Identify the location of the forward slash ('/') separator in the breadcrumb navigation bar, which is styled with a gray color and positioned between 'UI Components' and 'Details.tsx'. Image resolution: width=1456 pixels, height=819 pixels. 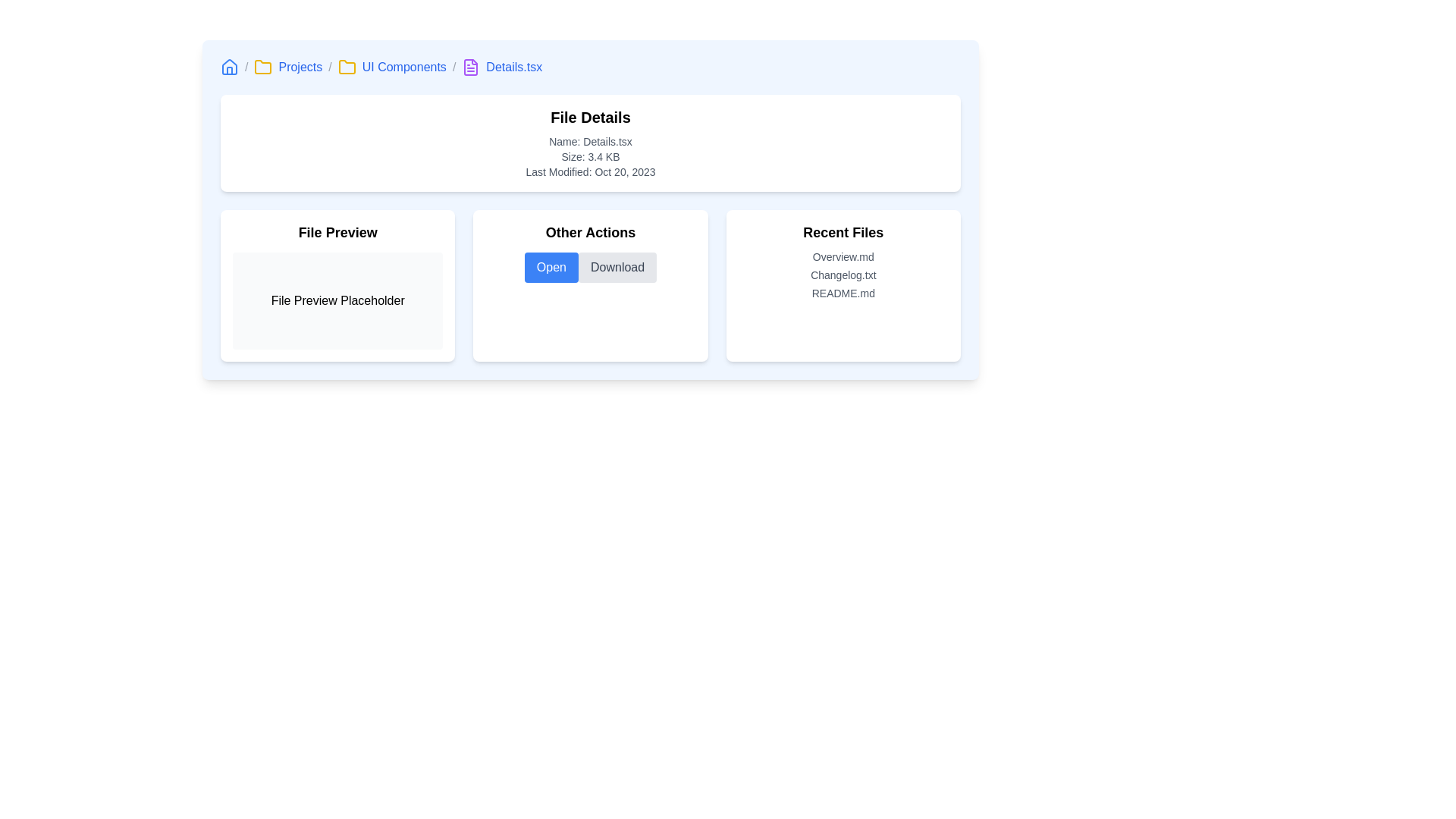
(453, 66).